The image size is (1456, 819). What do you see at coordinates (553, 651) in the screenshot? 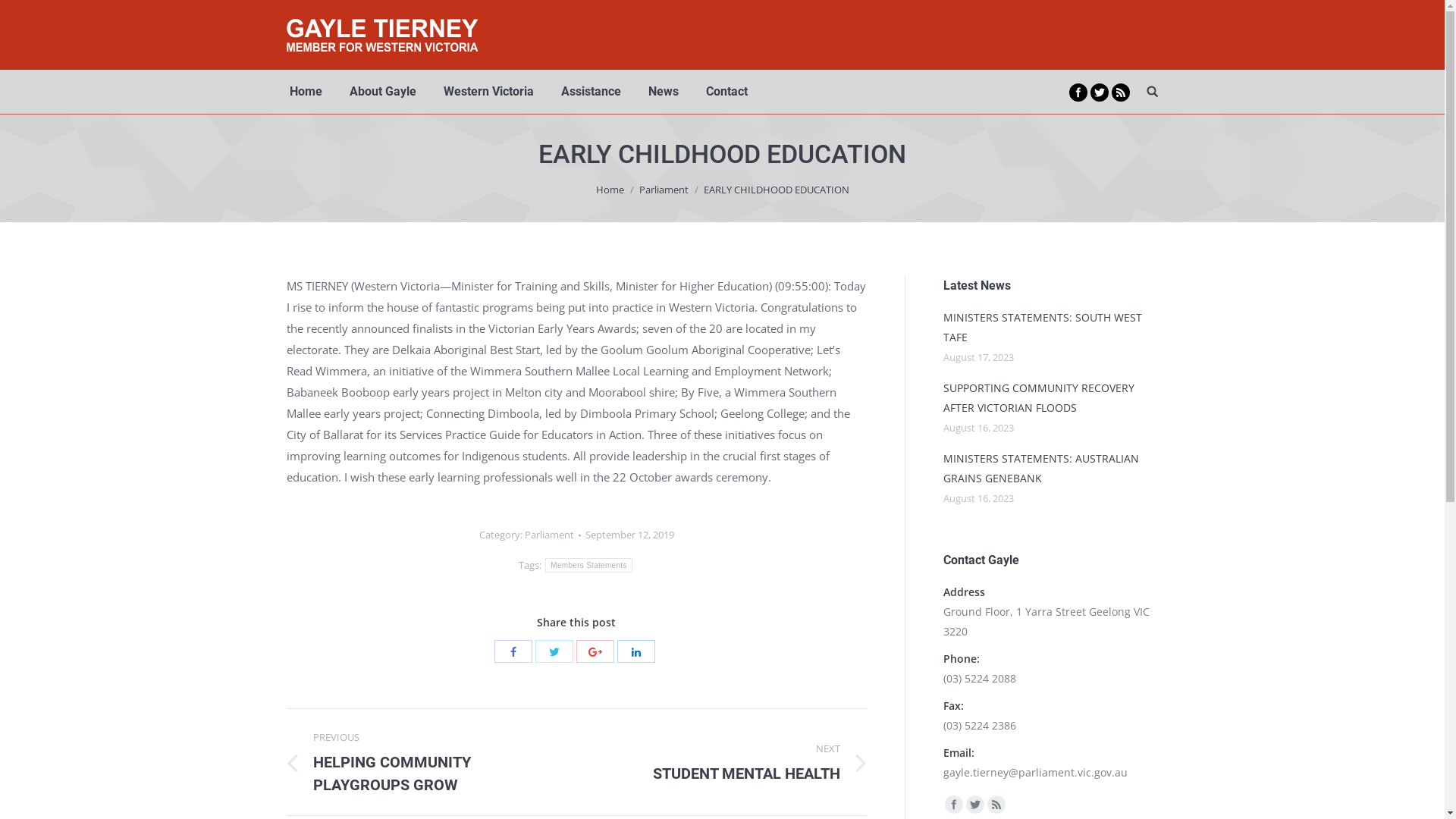
I see `'Twitter'` at bounding box center [553, 651].